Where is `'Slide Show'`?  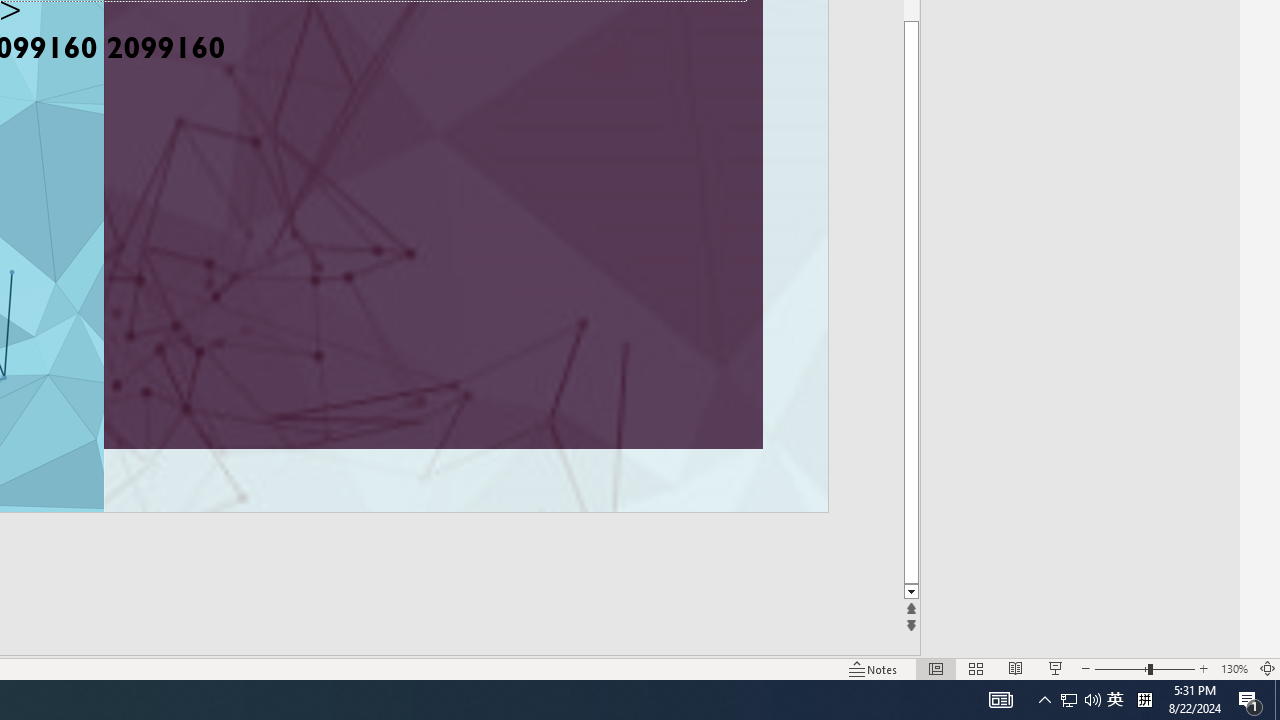 'Slide Show' is located at coordinates (1055, 669).